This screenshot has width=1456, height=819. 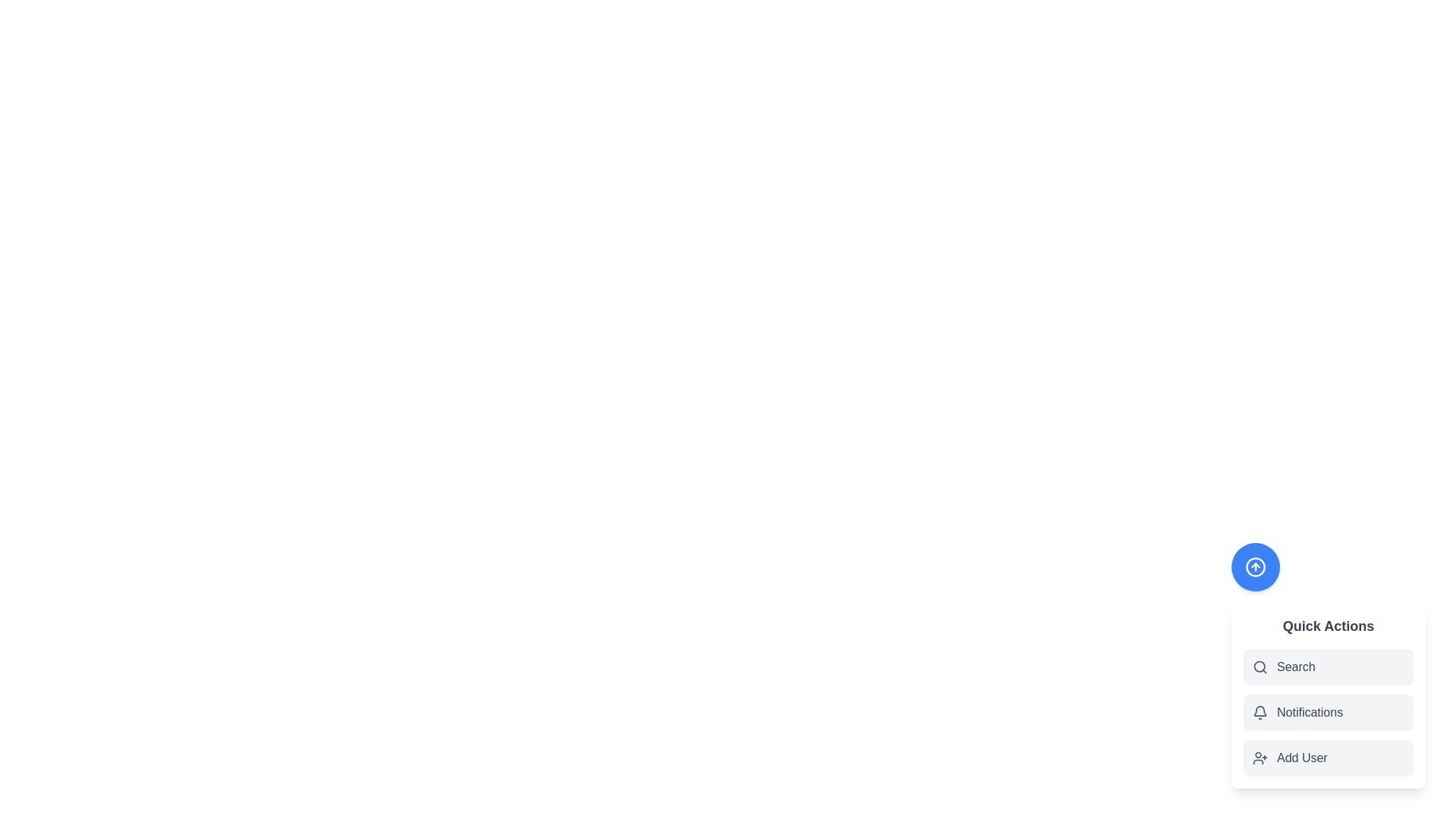 I want to click on the 'Add User' icon, which is a small user silhouette with a '+' symbol, located to the left of the 'Add User' label in the bottom-right corner of the interface, so click(x=1260, y=758).